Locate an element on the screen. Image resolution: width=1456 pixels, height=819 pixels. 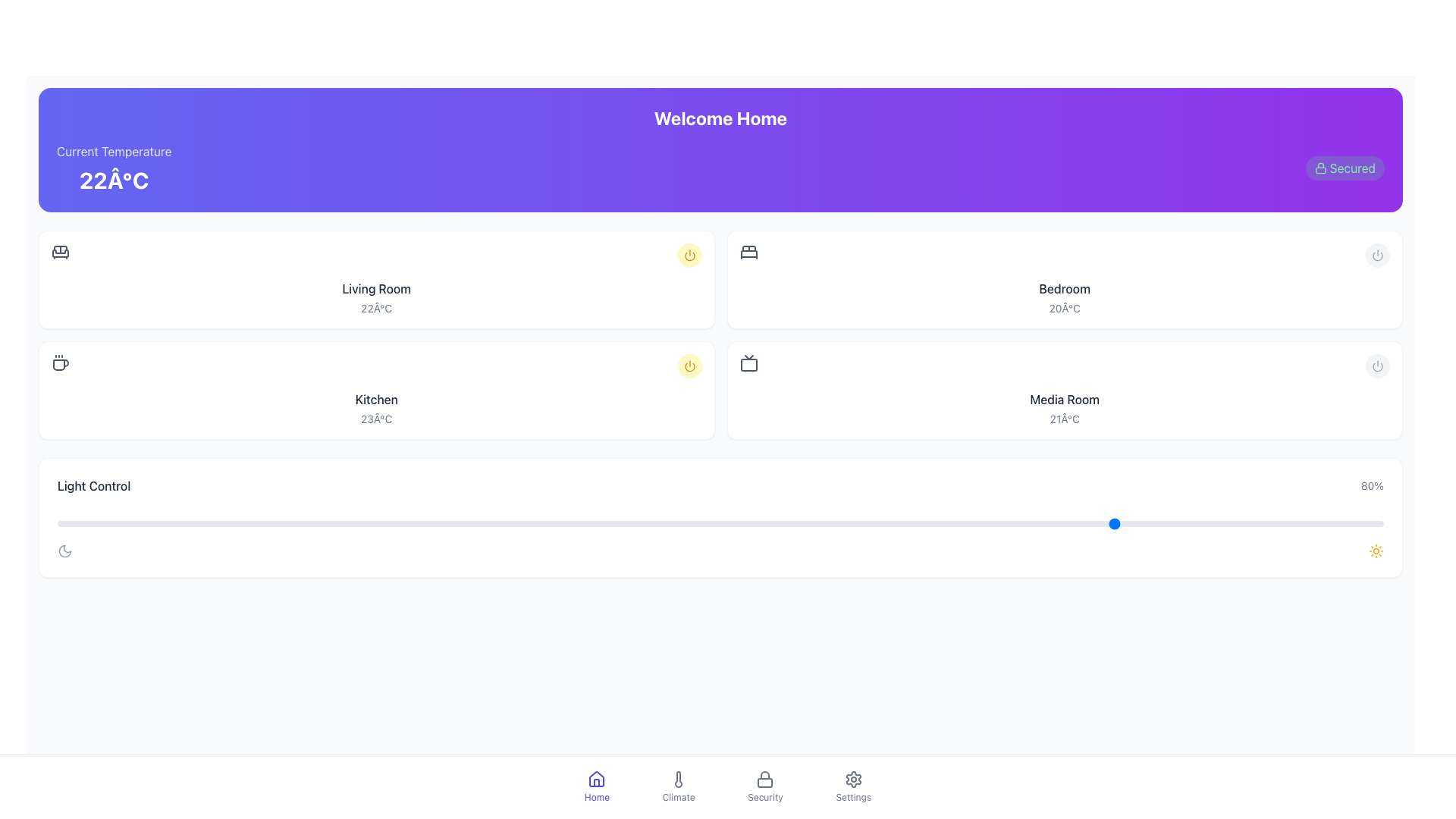
the control button located at the top right corner of the 'Kitchen' section is located at coordinates (689, 366).